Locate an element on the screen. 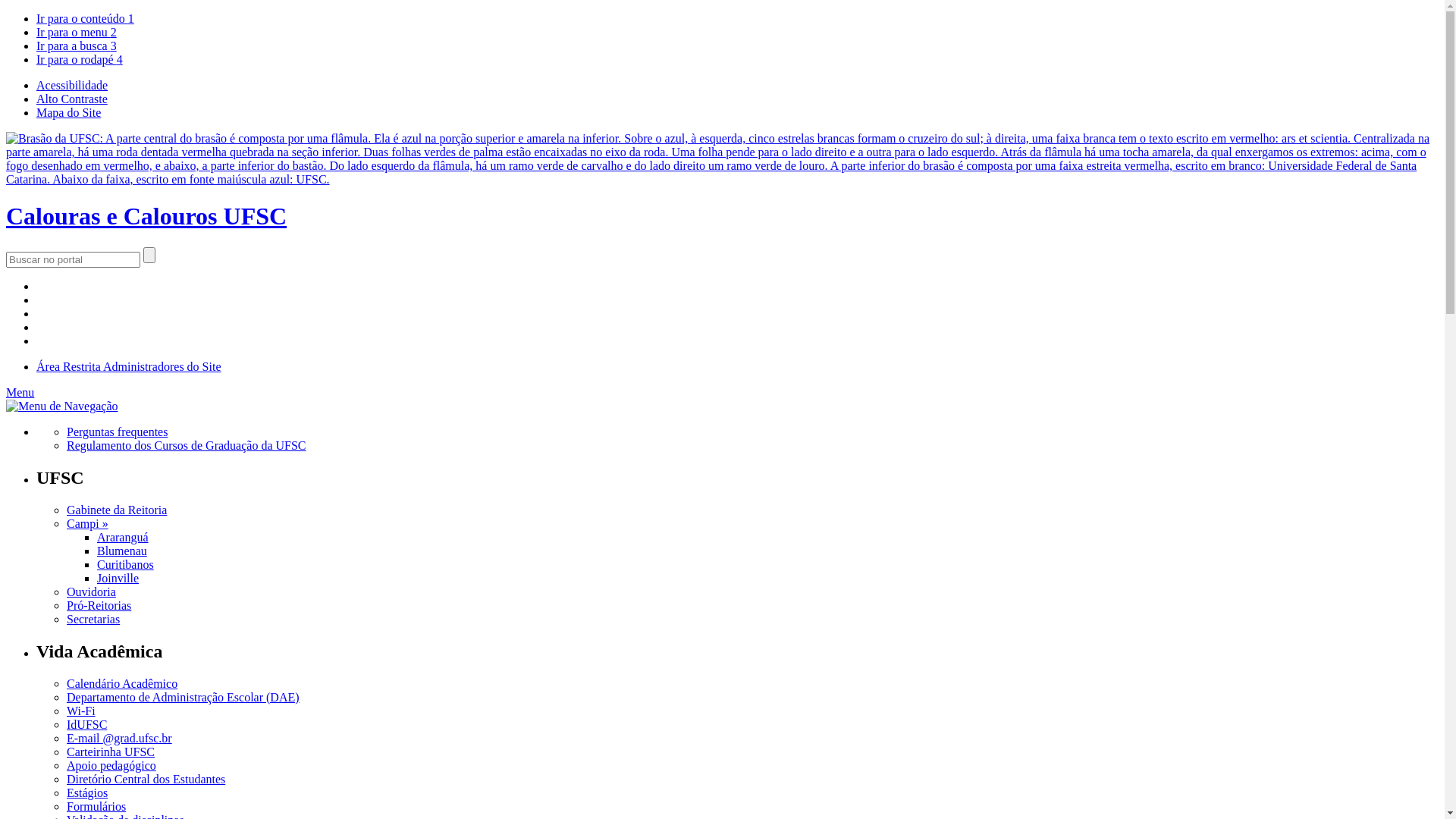 The width and height of the screenshot is (1456, 819). 'Perguntas frequentes' is located at coordinates (116, 431).